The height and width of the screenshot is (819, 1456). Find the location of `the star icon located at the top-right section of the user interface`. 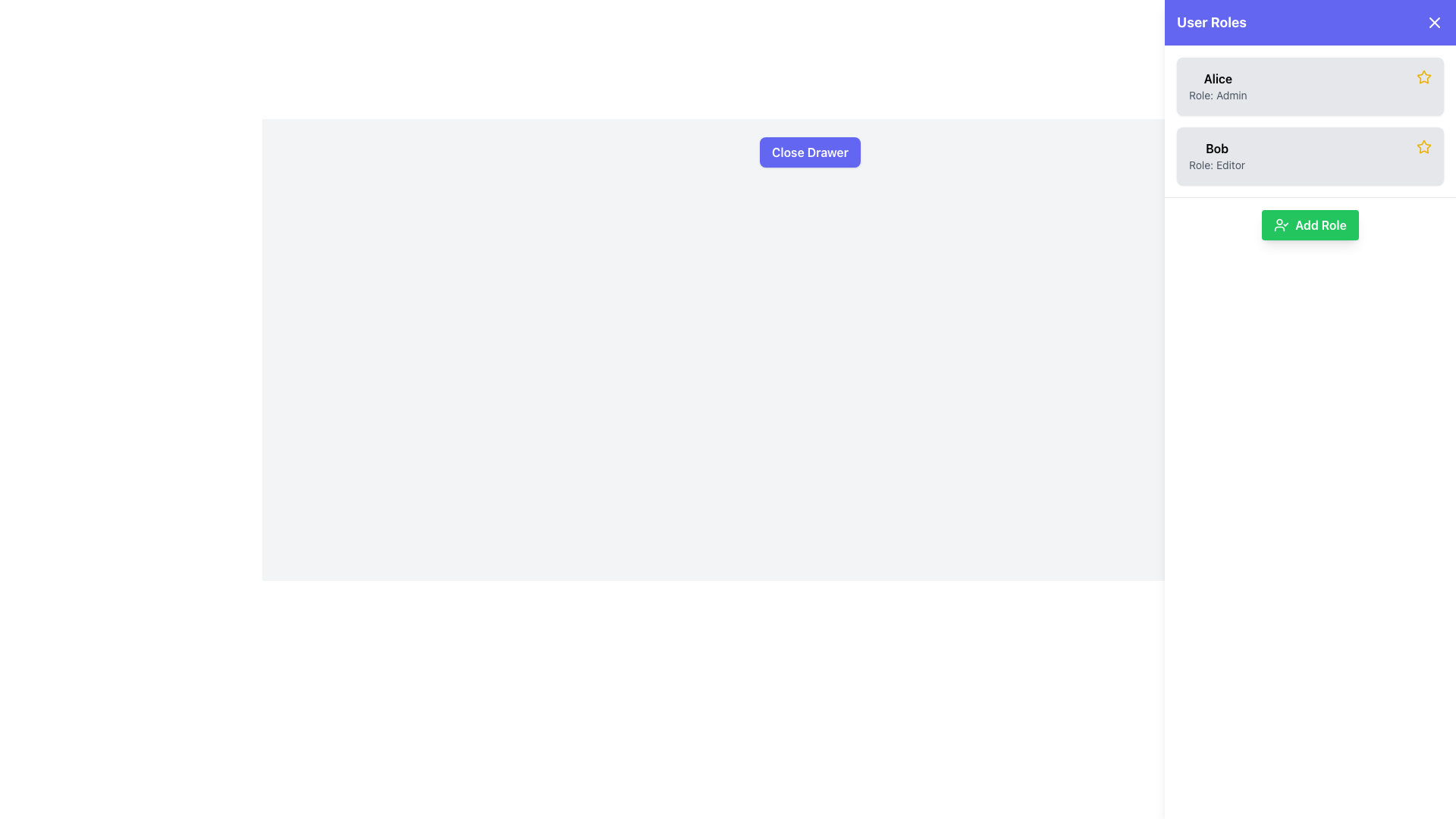

the star icon located at the top-right section of the user interface is located at coordinates (1423, 77).